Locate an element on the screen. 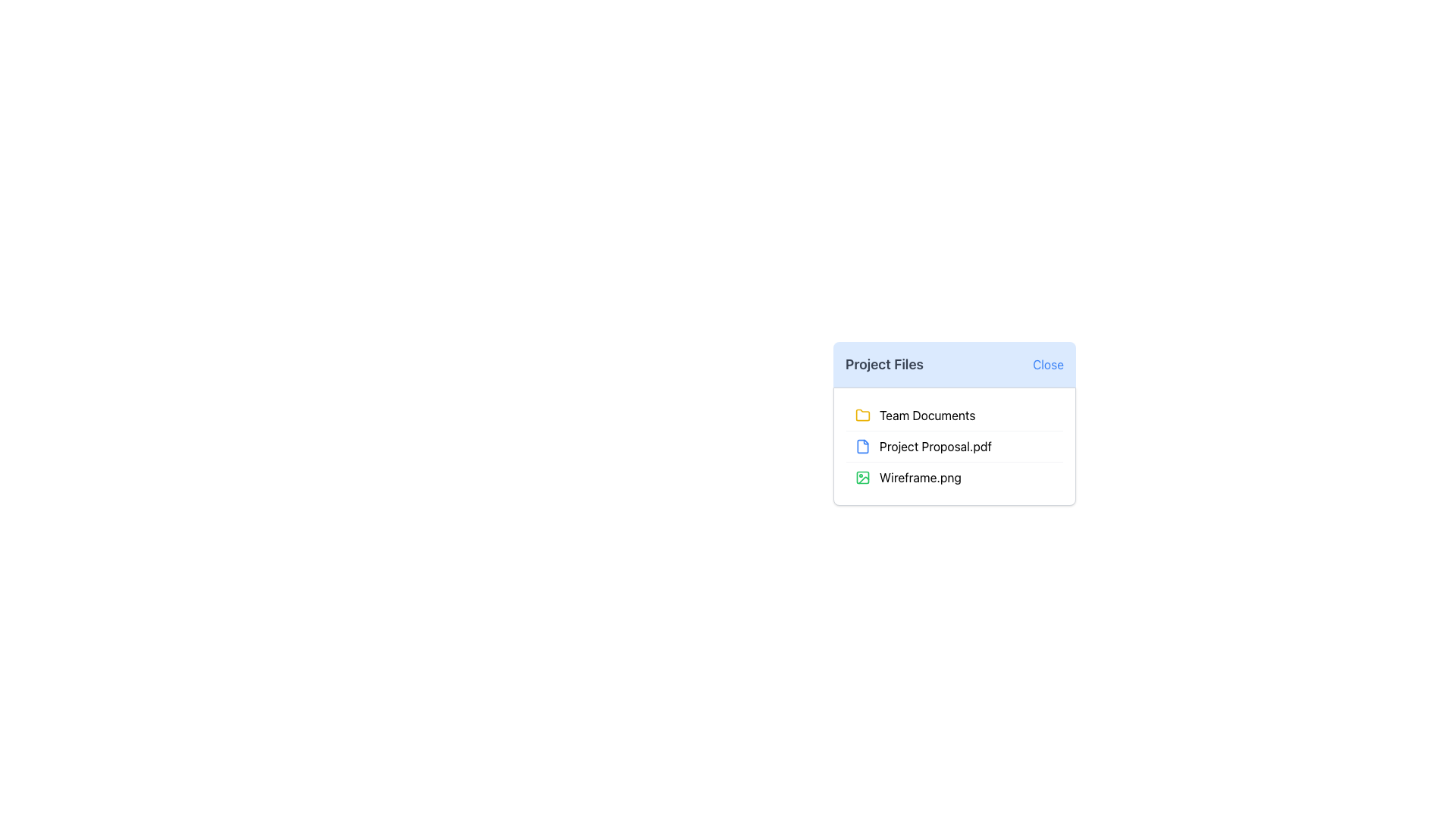 Image resolution: width=1456 pixels, height=819 pixels. text from the 'Project Files' label, which is bold and dark gray, located in the top-left area of a light blue header bar, adjacent to the 'Close' button is located at coordinates (884, 365).